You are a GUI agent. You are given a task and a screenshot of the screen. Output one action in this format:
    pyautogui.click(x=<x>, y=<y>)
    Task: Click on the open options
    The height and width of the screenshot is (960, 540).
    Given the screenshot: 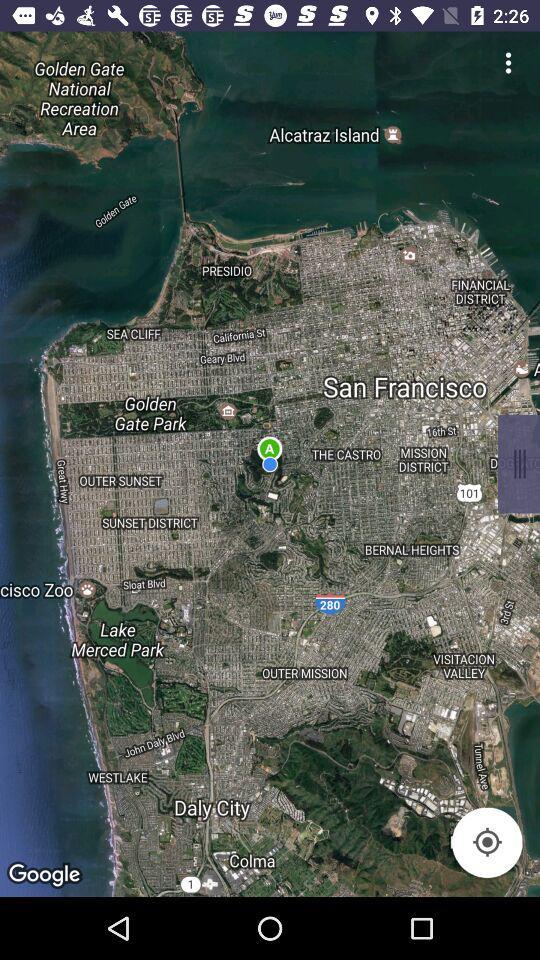 What is the action you would take?
    pyautogui.click(x=508, y=62)
    